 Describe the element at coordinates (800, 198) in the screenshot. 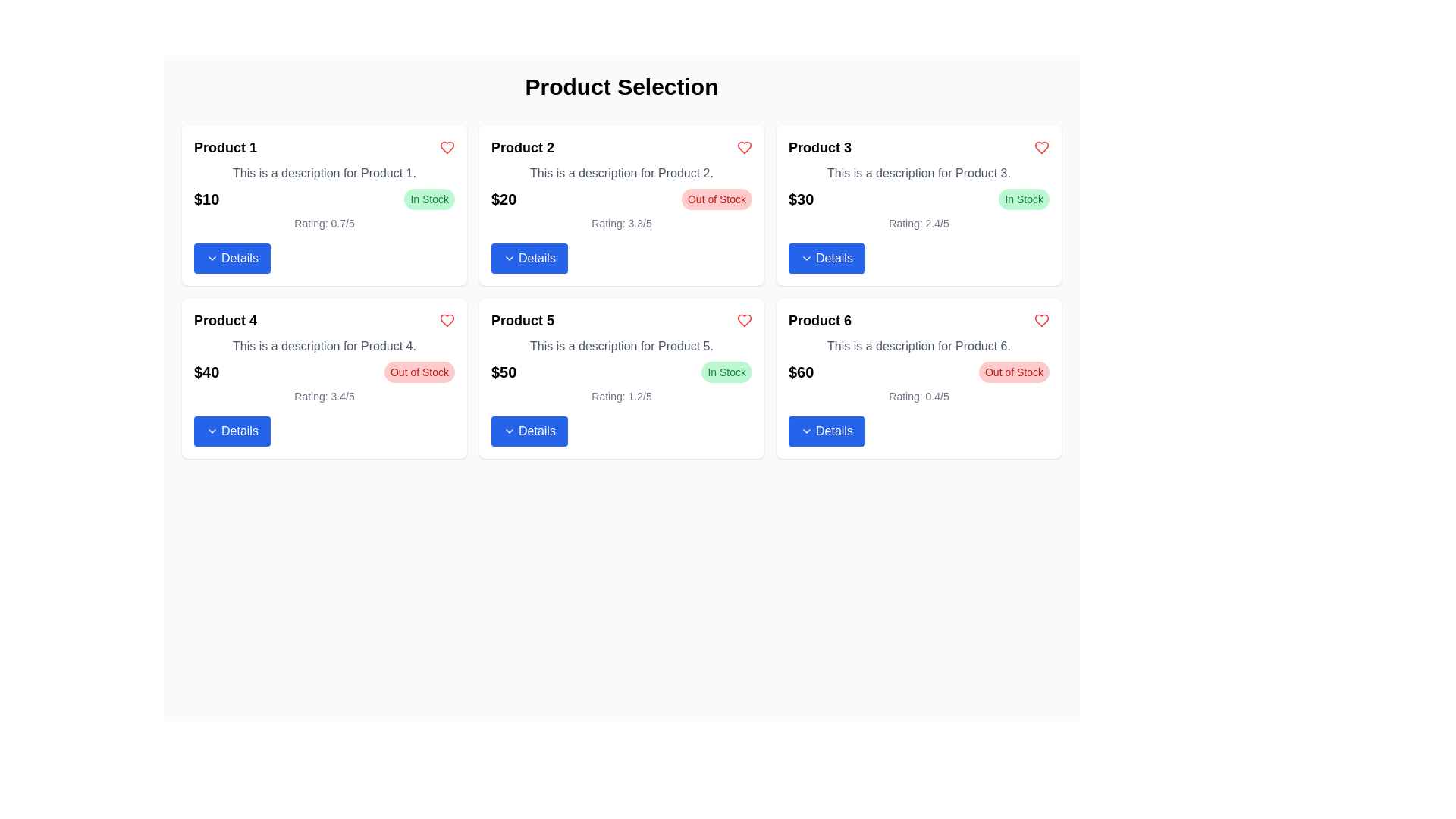

I see `price information displayed on the Text label for Product 3, located above the details button and next to the 'In Stock' label in the price section of the Product 3 card` at that location.